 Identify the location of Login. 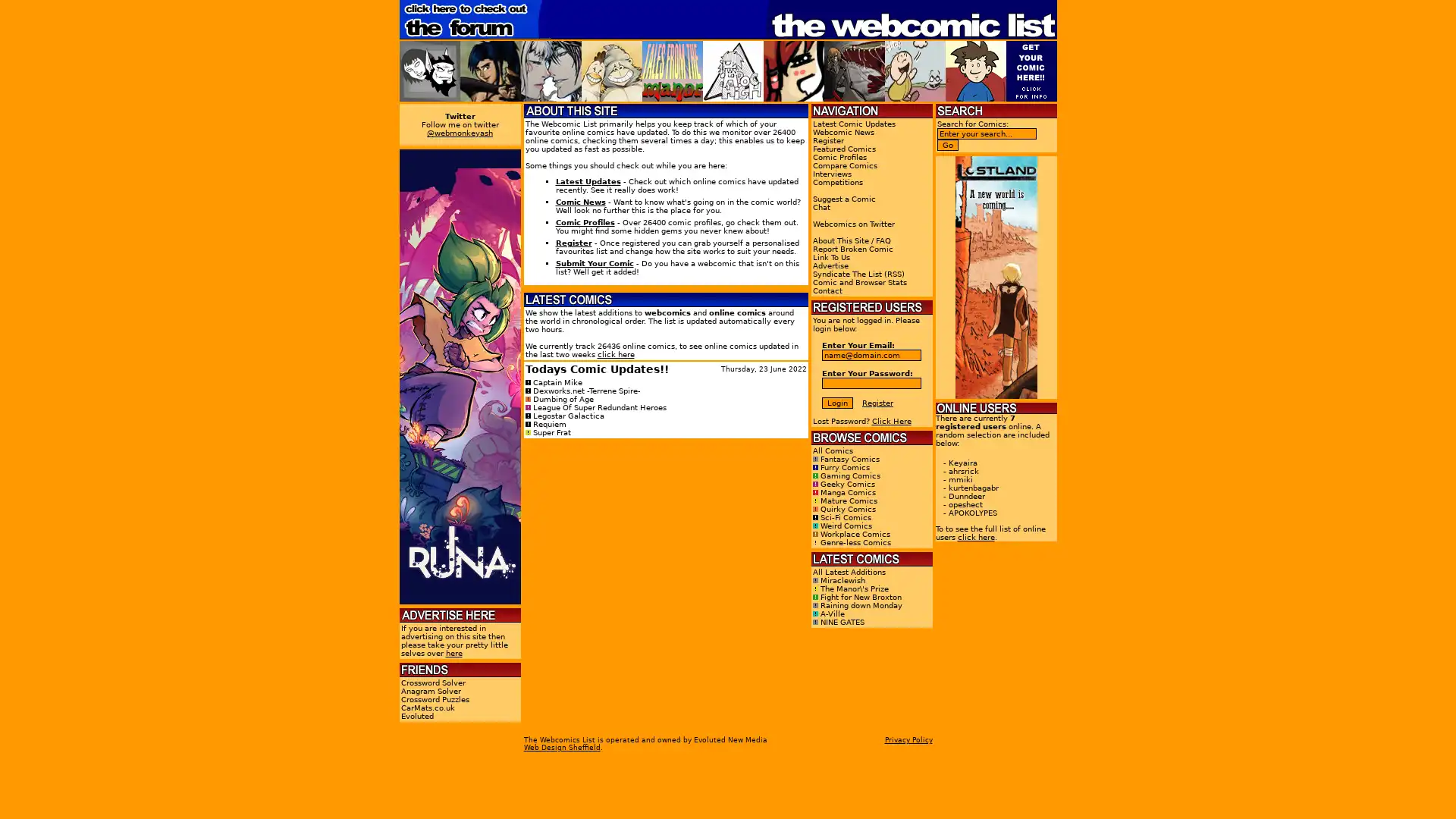
(836, 402).